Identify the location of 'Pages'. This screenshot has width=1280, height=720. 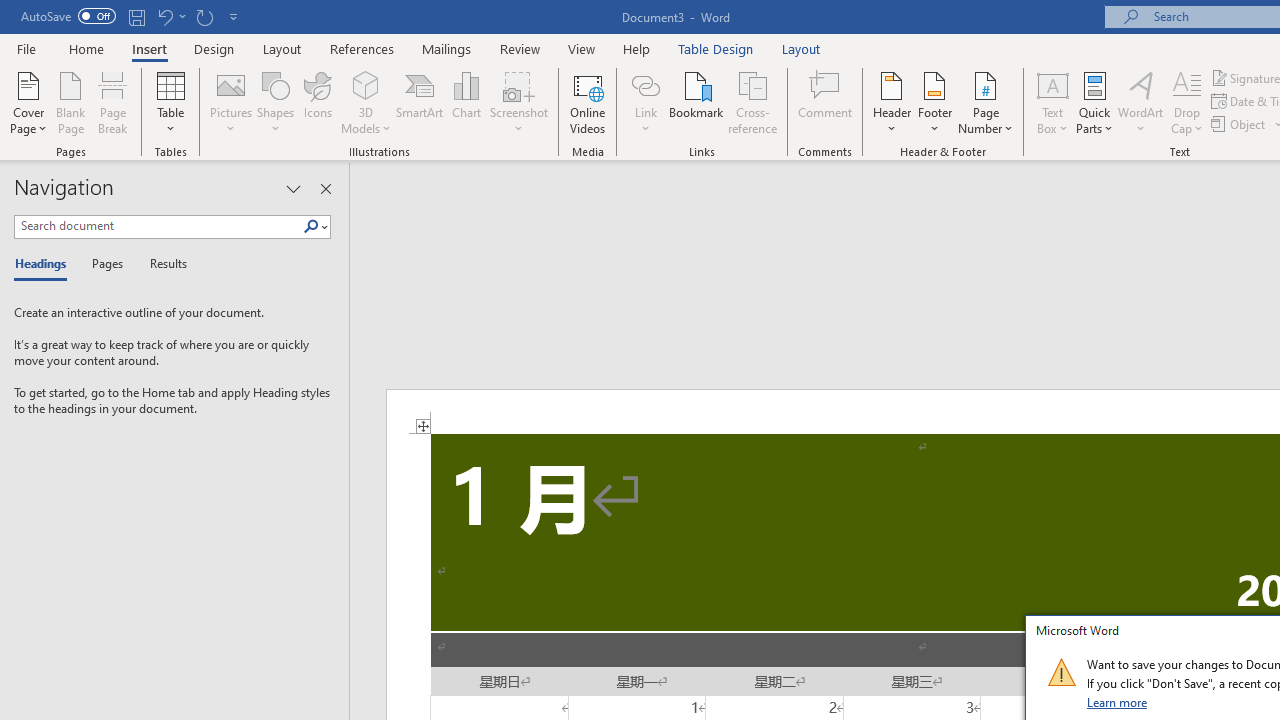
(104, 264).